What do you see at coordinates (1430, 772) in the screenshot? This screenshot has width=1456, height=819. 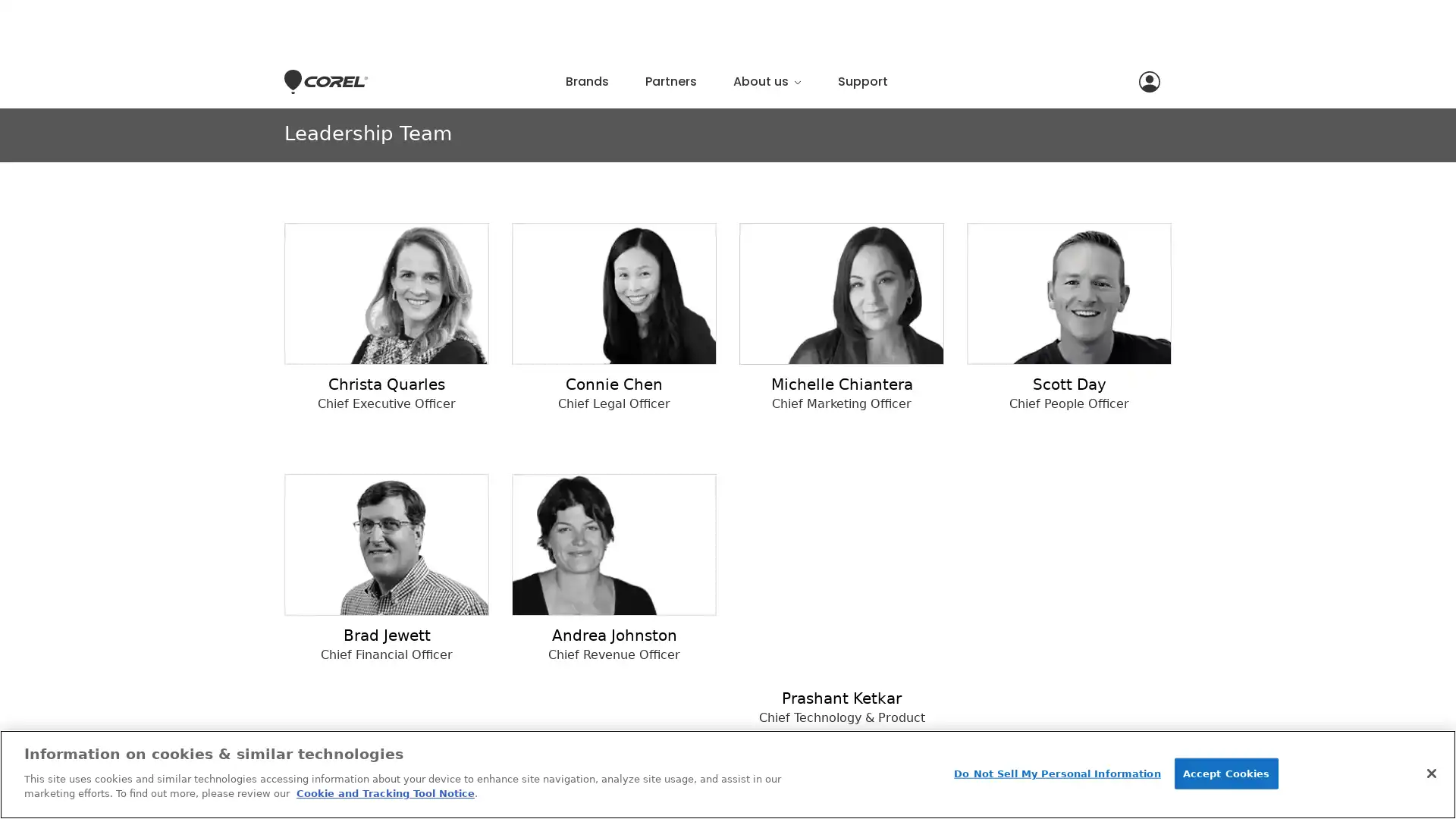 I see `Close` at bounding box center [1430, 772].